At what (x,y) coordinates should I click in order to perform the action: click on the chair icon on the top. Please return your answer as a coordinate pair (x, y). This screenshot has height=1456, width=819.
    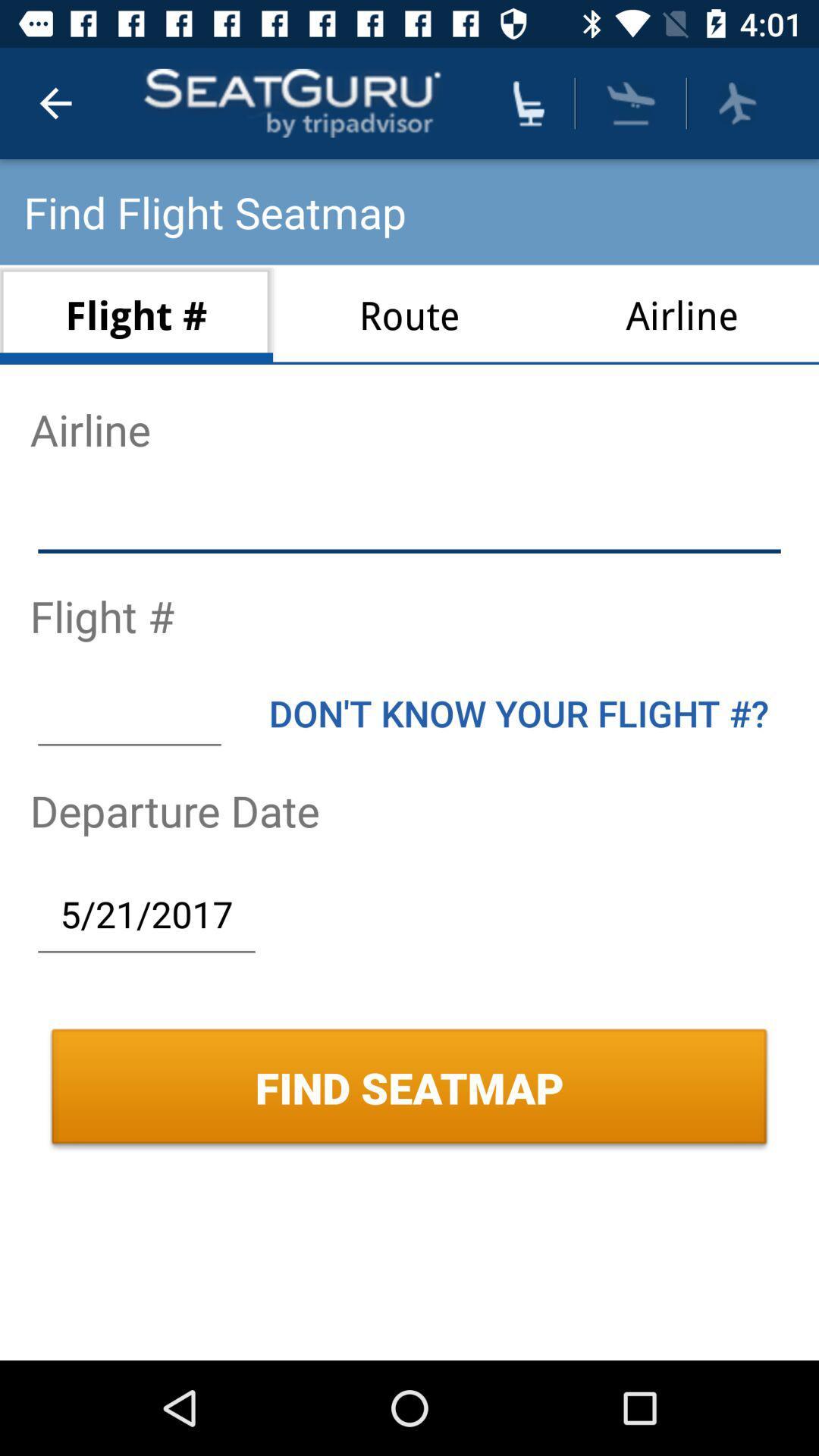
    Looking at the image, I should click on (529, 102).